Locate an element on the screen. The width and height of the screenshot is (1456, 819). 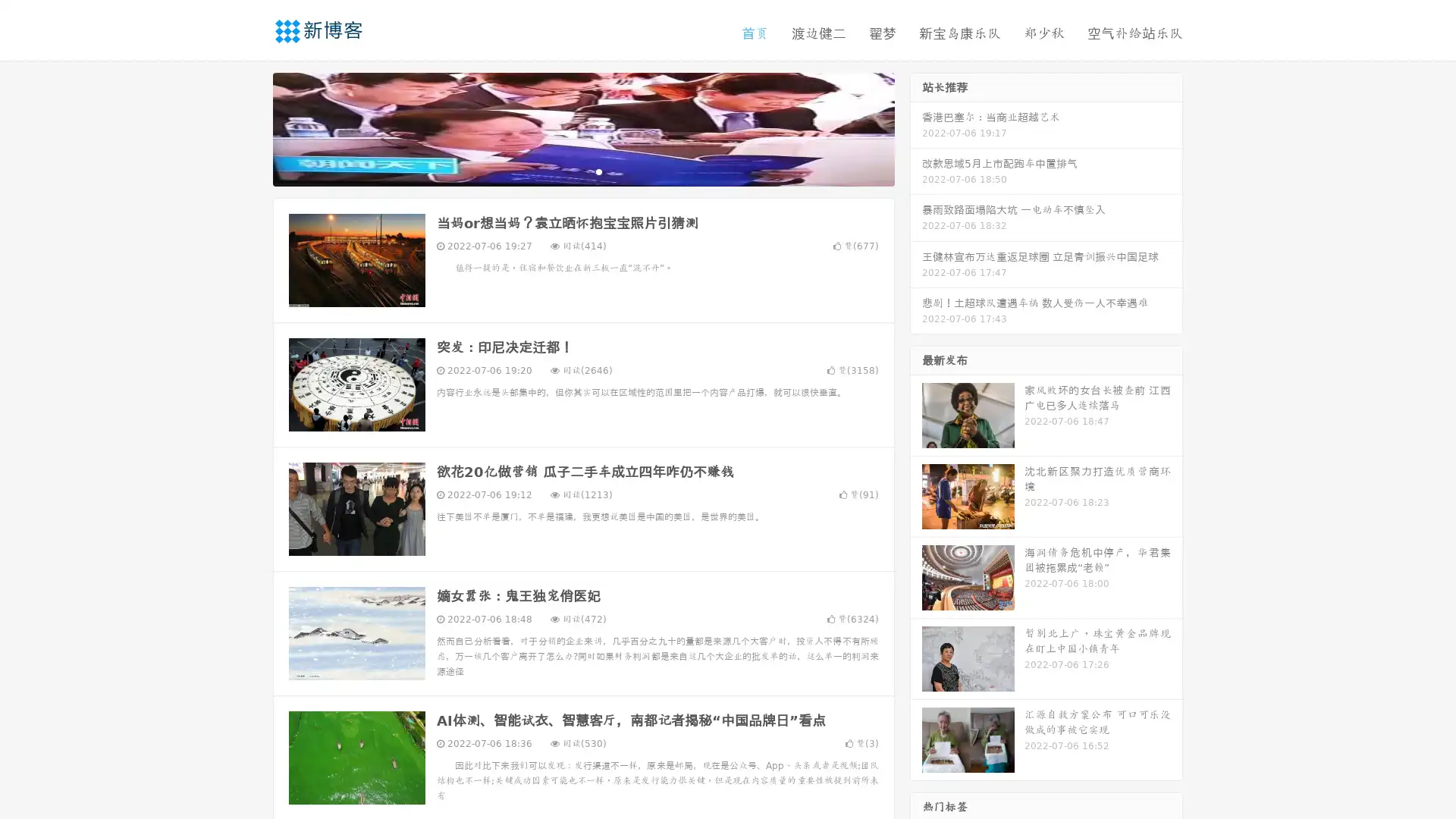
Go to slide 3 is located at coordinates (598, 171).